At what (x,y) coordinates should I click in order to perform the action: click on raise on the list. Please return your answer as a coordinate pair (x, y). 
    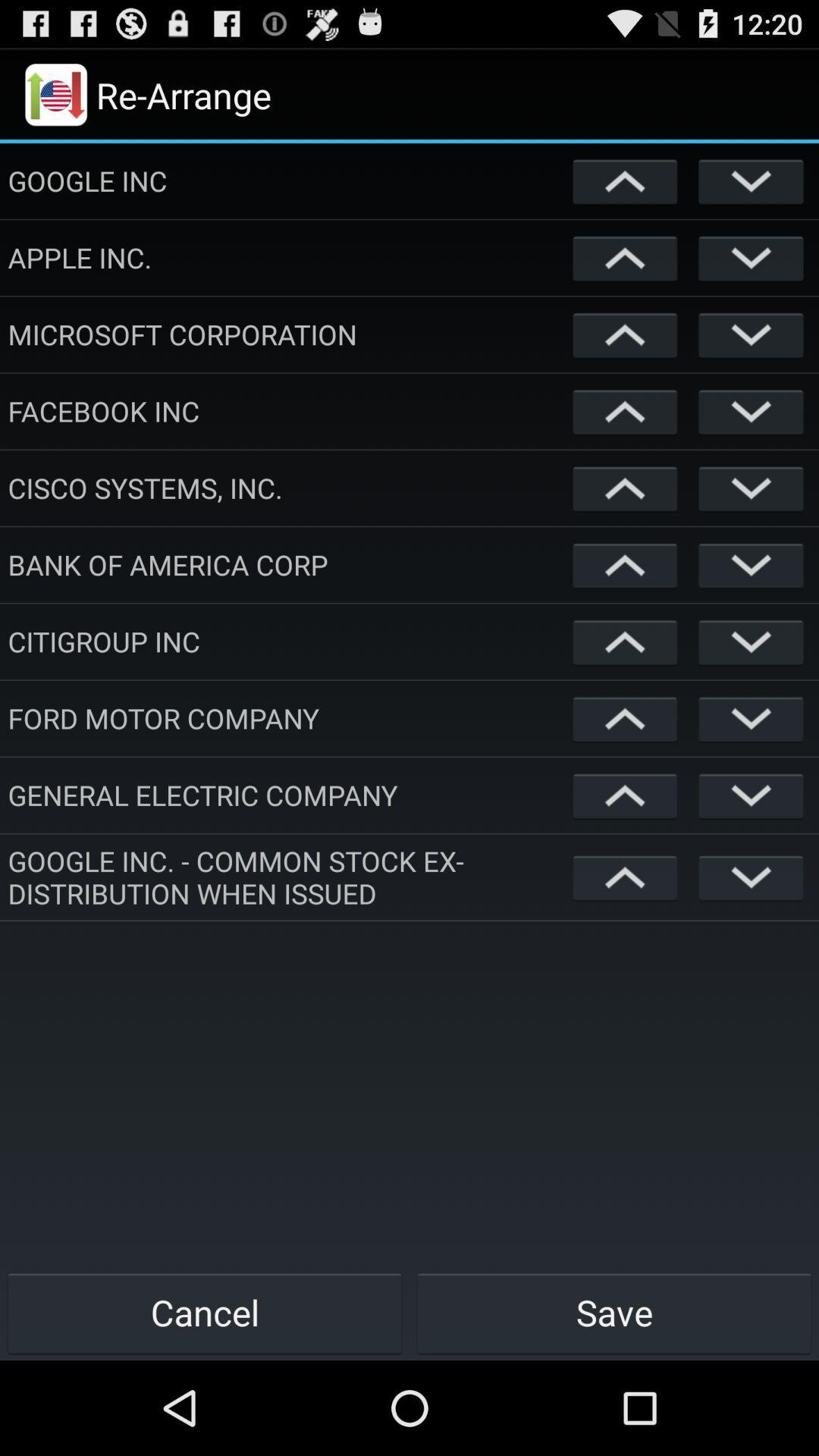
    Looking at the image, I should click on (625, 411).